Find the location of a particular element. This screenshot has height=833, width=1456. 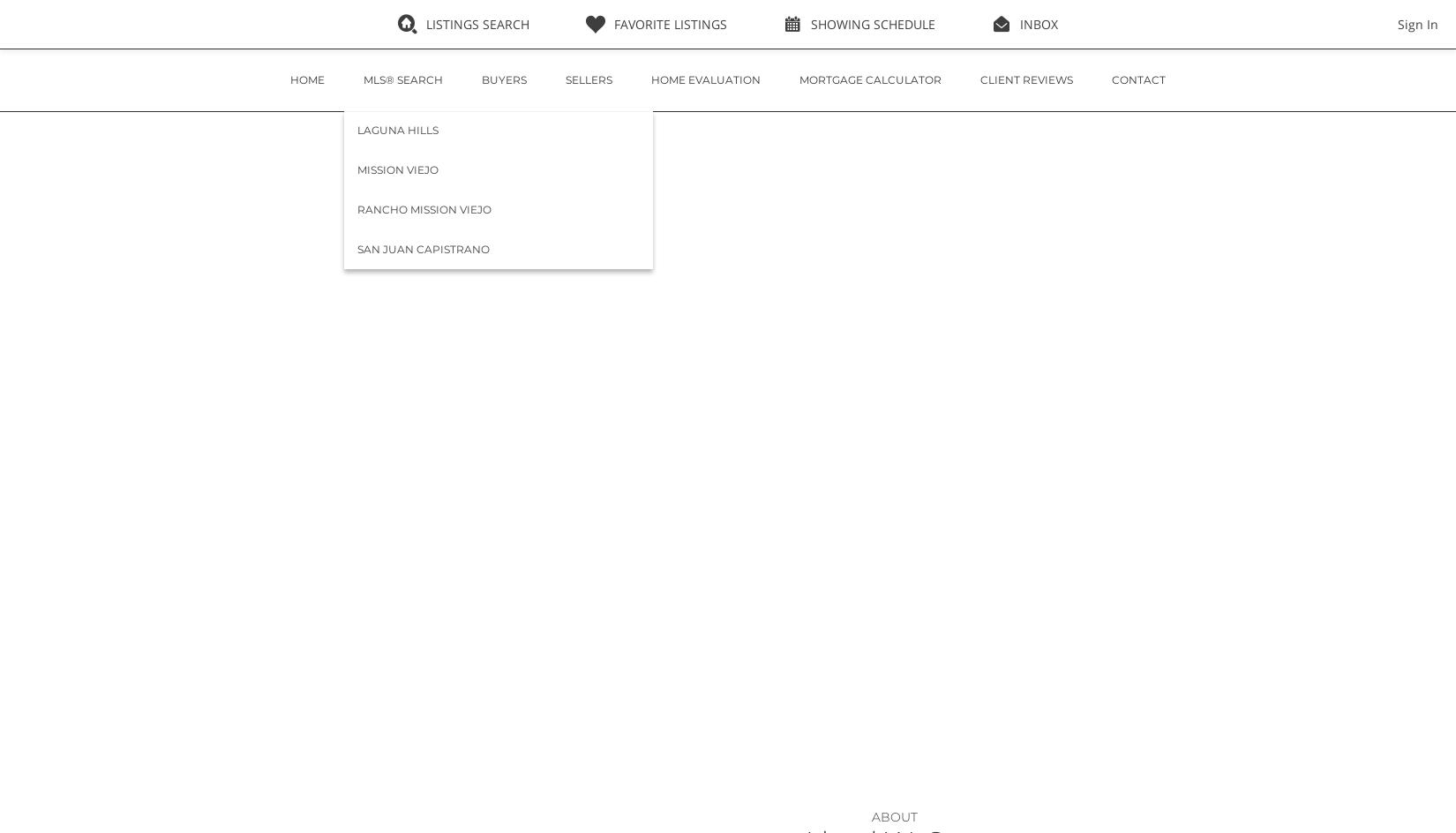

'Favorite Listings' is located at coordinates (669, 24).